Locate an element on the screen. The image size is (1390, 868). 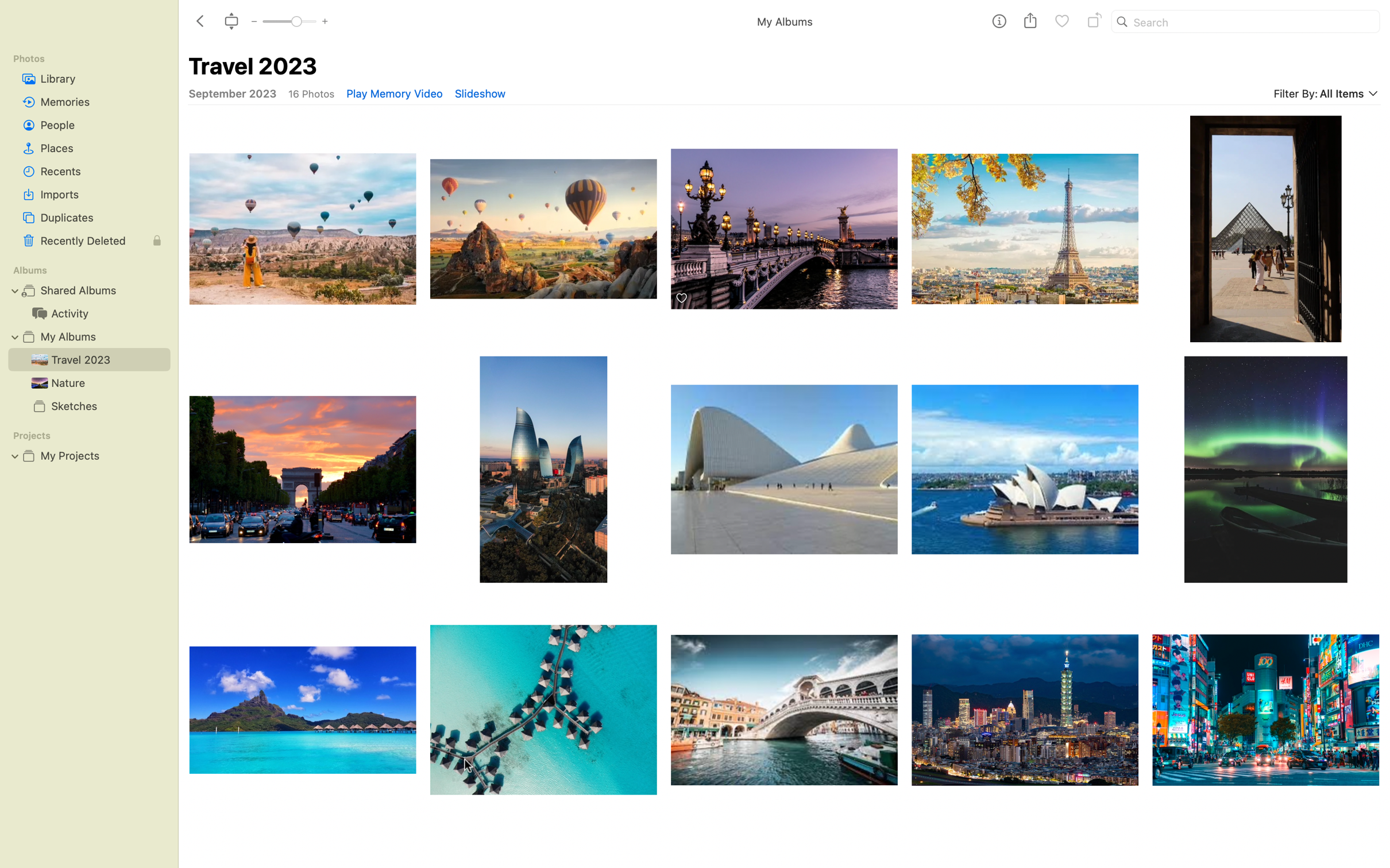
the second image depicting hot air balloons is located at coordinates (543, 222).